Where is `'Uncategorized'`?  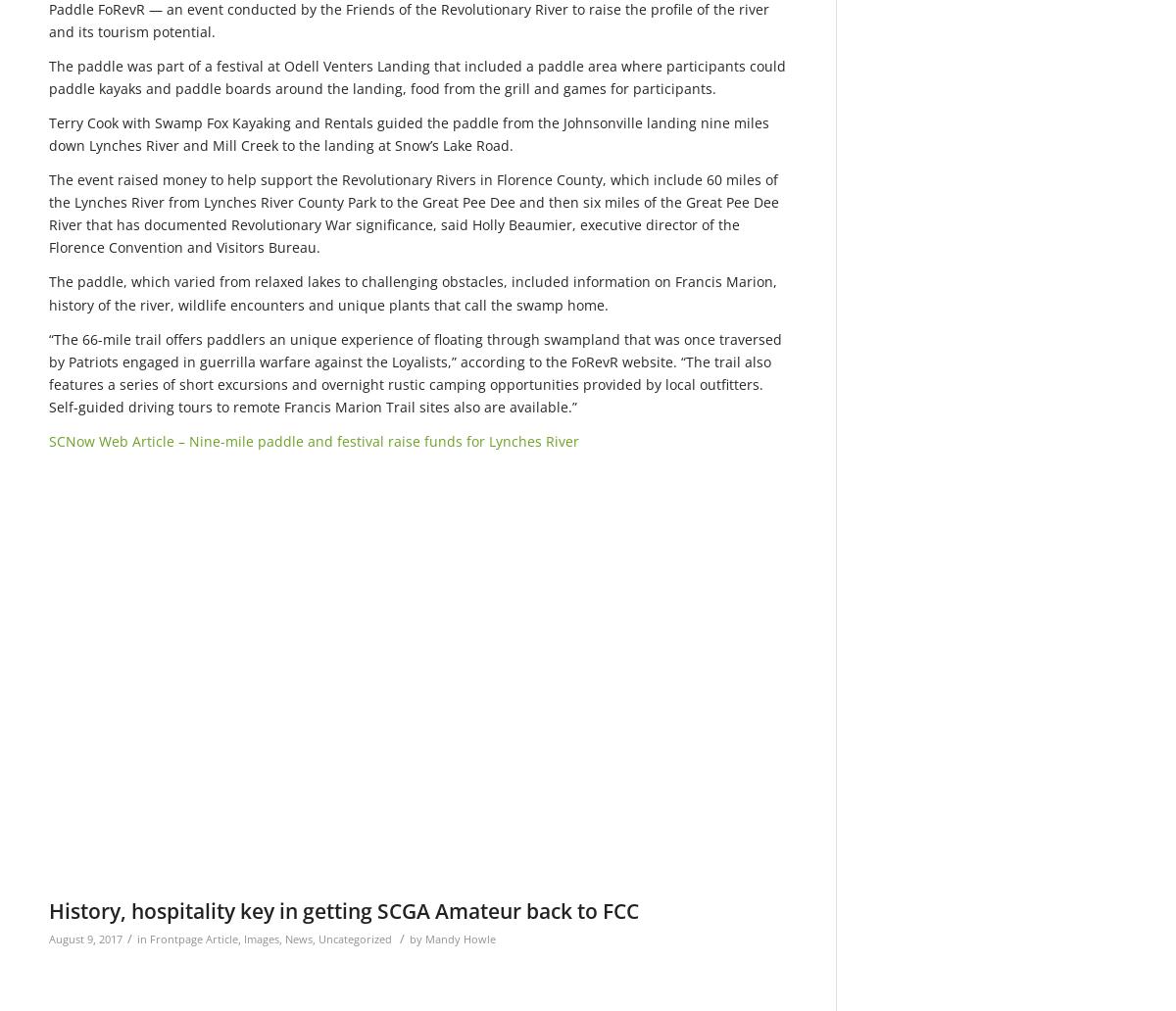
'Uncategorized' is located at coordinates (355, 938).